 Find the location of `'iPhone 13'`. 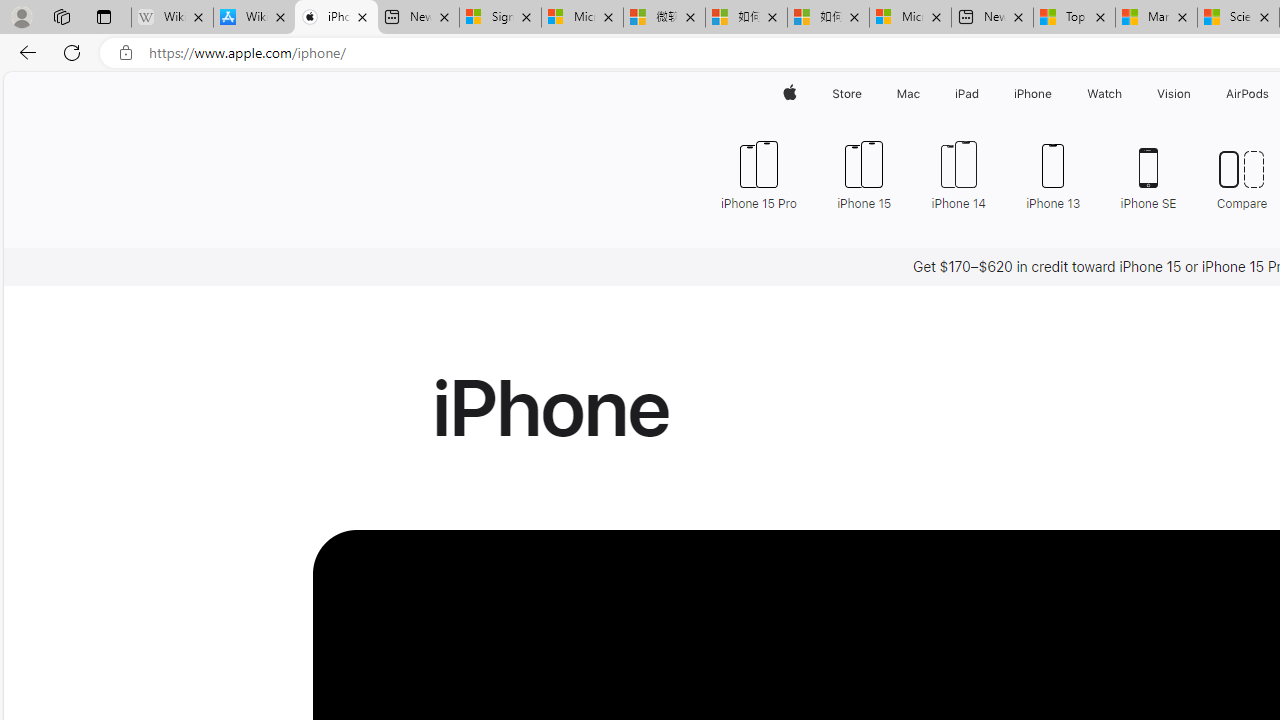

'iPhone 13' is located at coordinates (1053, 172).